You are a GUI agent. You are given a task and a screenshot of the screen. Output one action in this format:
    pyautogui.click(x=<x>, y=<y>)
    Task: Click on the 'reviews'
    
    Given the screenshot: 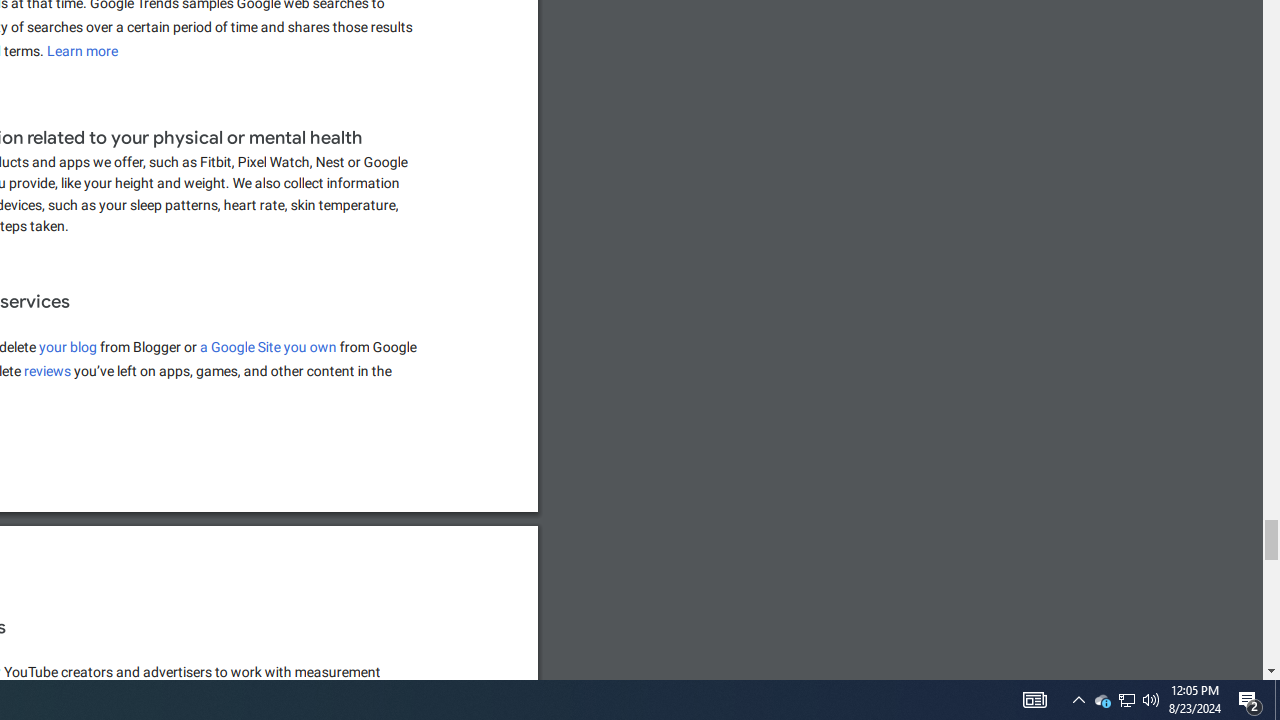 What is the action you would take?
    pyautogui.click(x=48, y=371)
    